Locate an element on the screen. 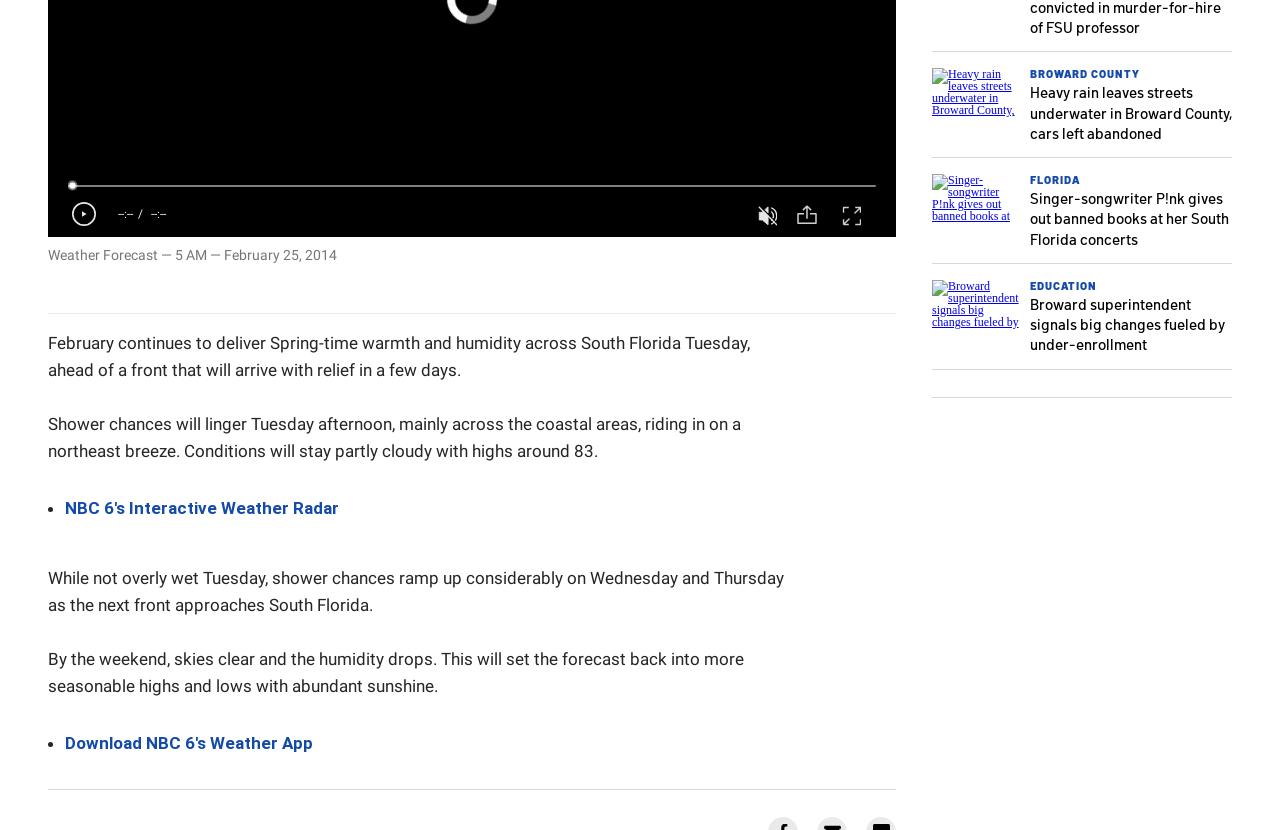  'Share' is located at coordinates (797, 168).